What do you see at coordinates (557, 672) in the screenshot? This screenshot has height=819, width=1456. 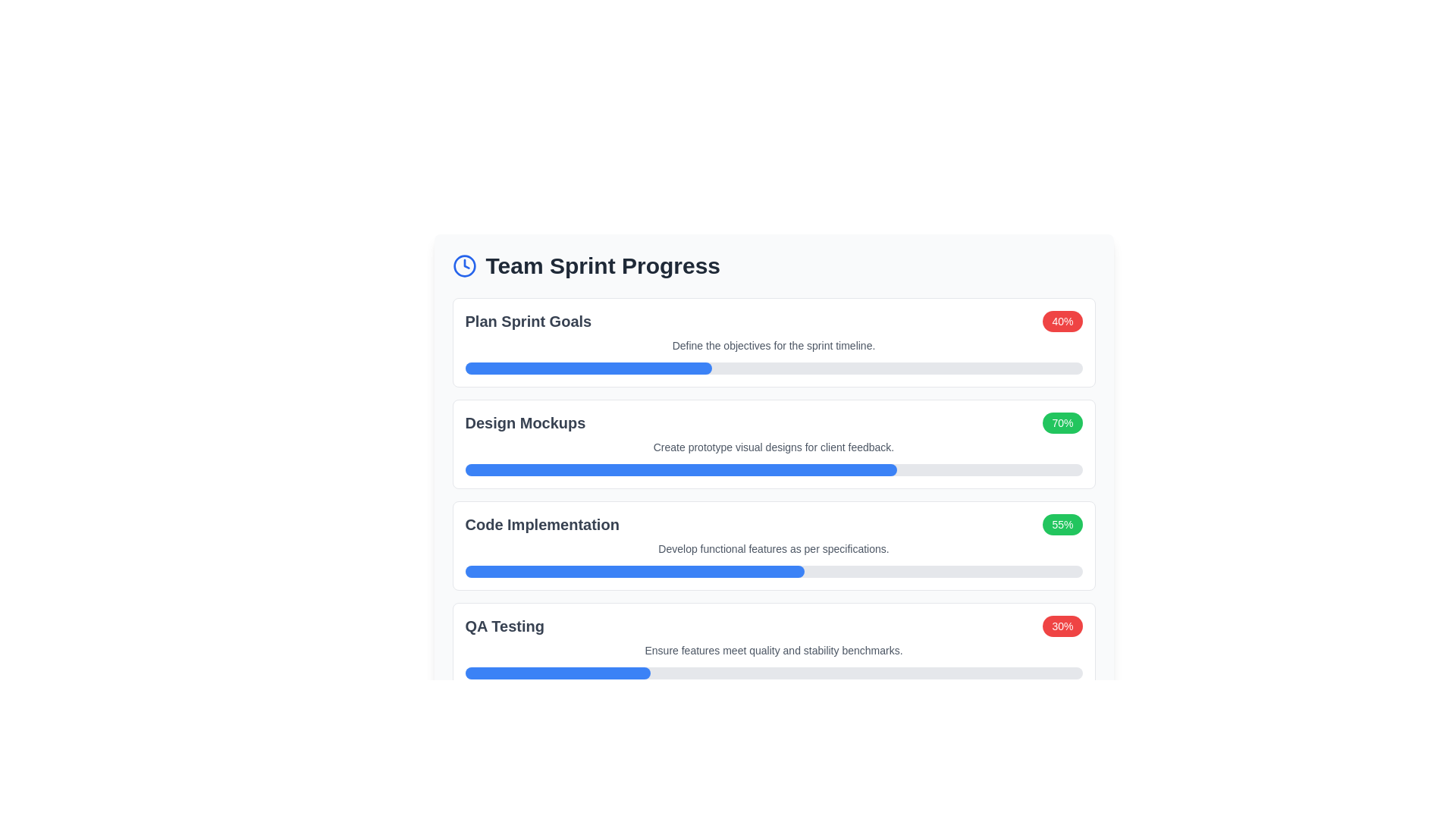 I see `the filled portion of the blue horizontal progress bar segment located within the fourth row labeled 'QA Testing'` at bounding box center [557, 672].